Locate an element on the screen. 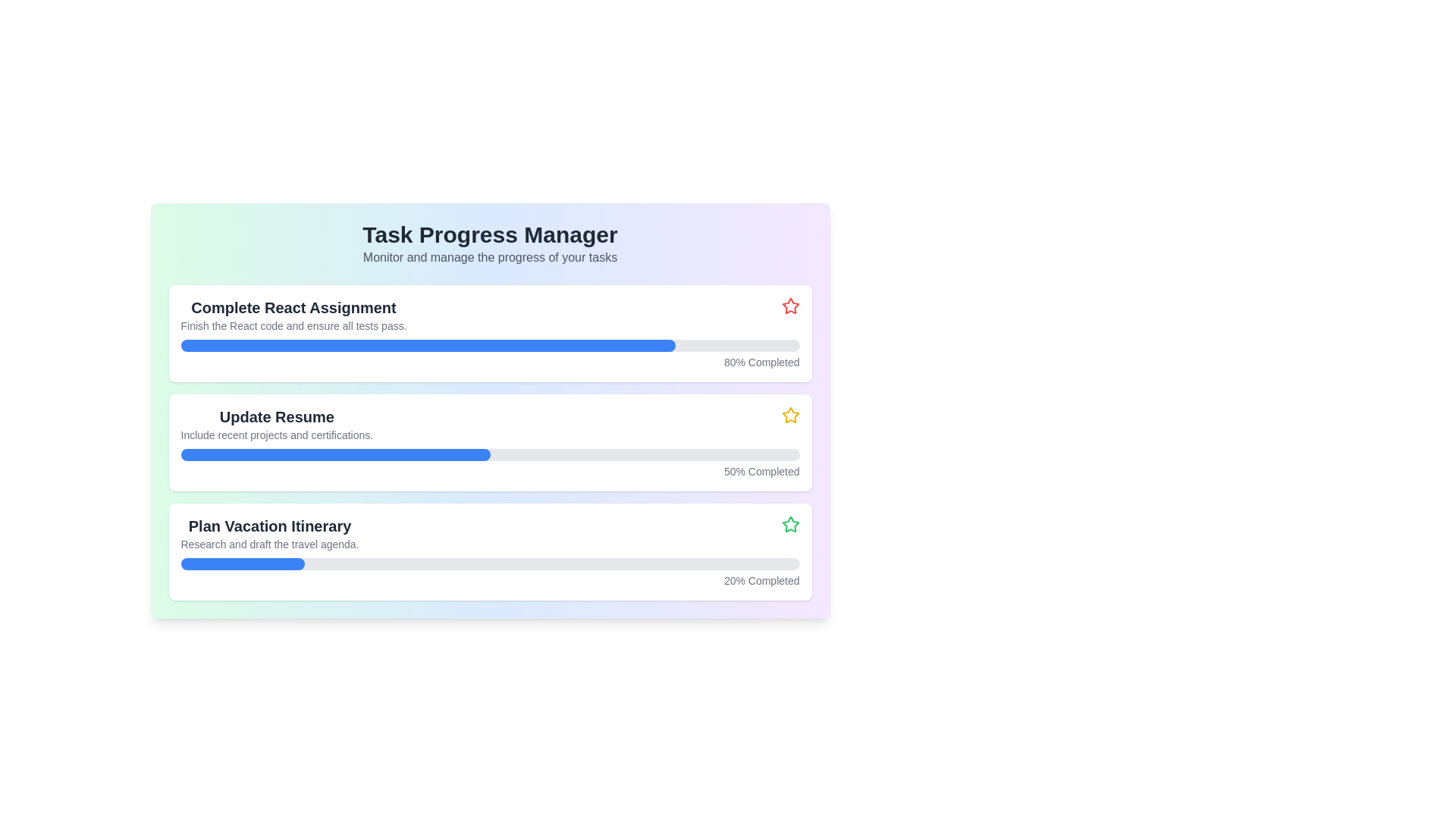 Image resolution: width=1456 pixels, height=819 pixels. the blue rounded progress bar fill segment that visually represents a 20% progress under the 'Plan Vacation Itinerary' section is located at coordinates (243, 564).